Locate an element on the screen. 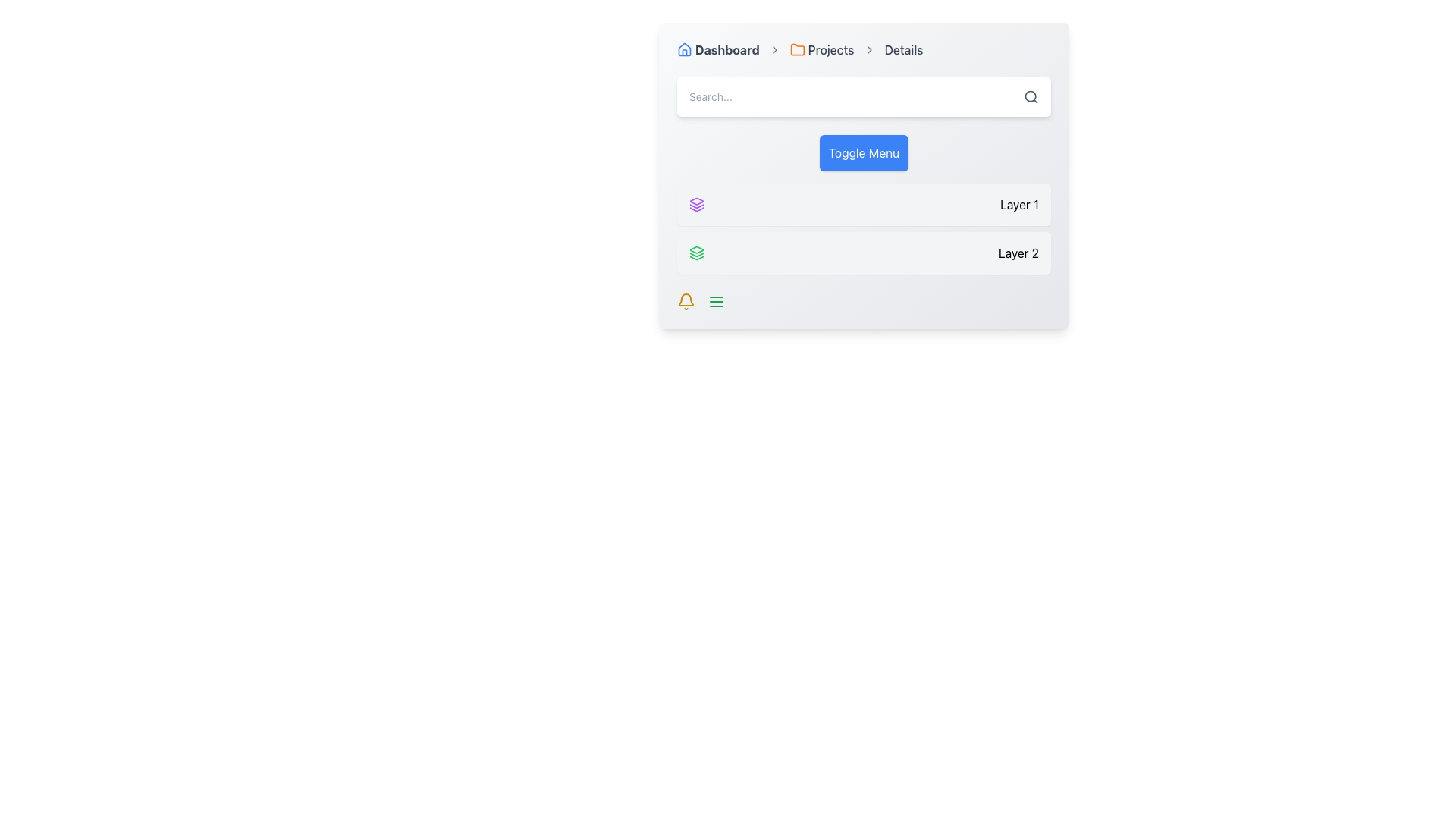 This screenshot has height=819, width=1456. the second graphical icon component in the stack of three, located next to the text label 'Layer 1' in the left panel of the UI is located at coordinates (695, 254).